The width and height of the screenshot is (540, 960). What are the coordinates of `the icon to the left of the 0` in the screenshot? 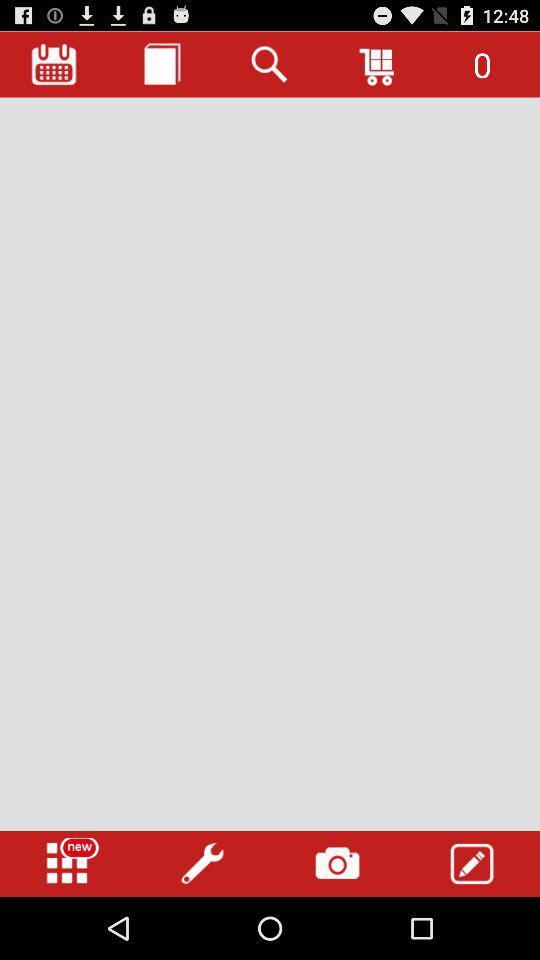 It's located at (378, 64).